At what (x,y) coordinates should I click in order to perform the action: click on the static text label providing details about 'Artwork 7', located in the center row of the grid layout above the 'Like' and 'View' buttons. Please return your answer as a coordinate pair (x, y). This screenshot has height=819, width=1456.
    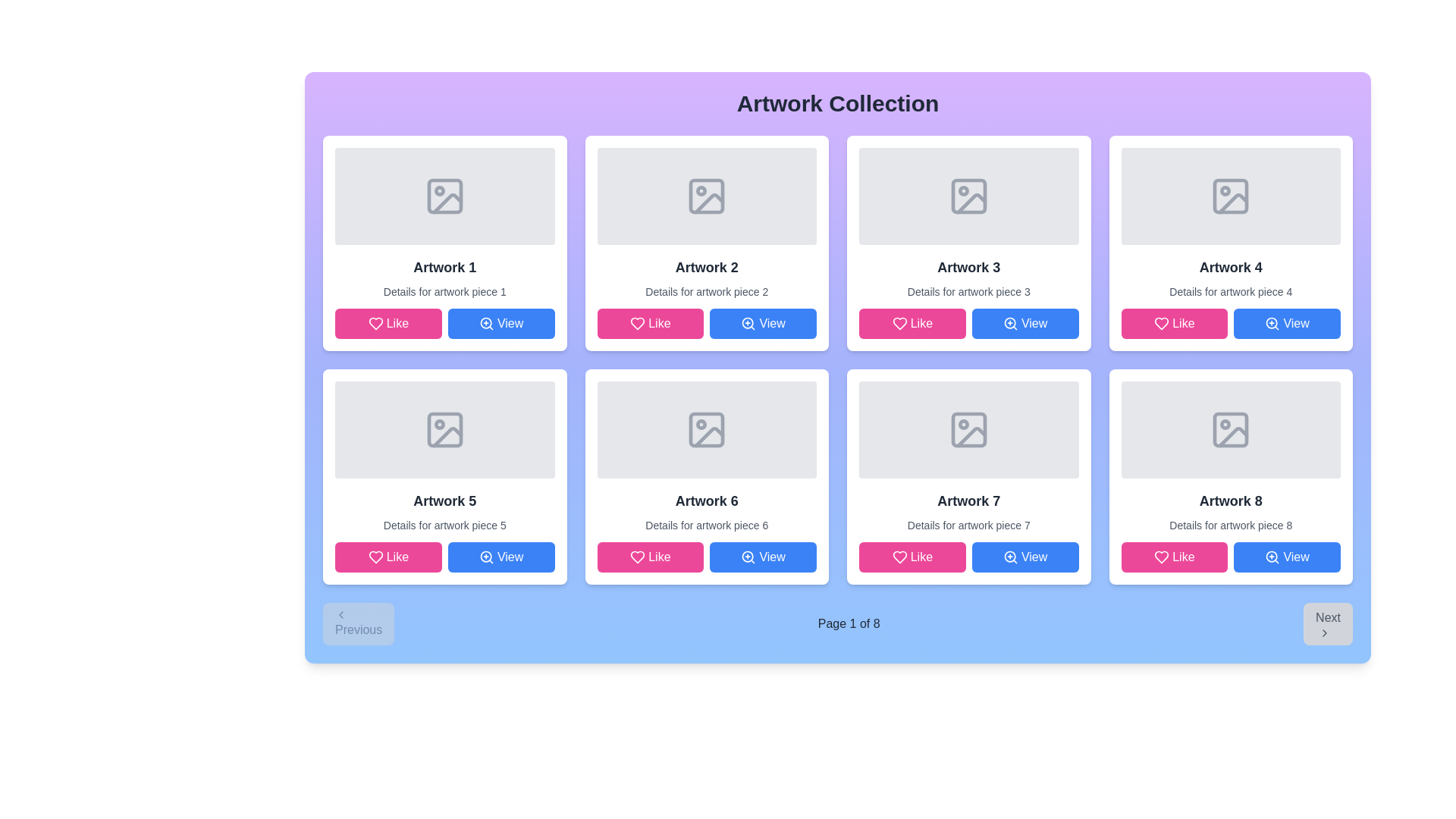
    Looking at the image, I should click on (968, 525).